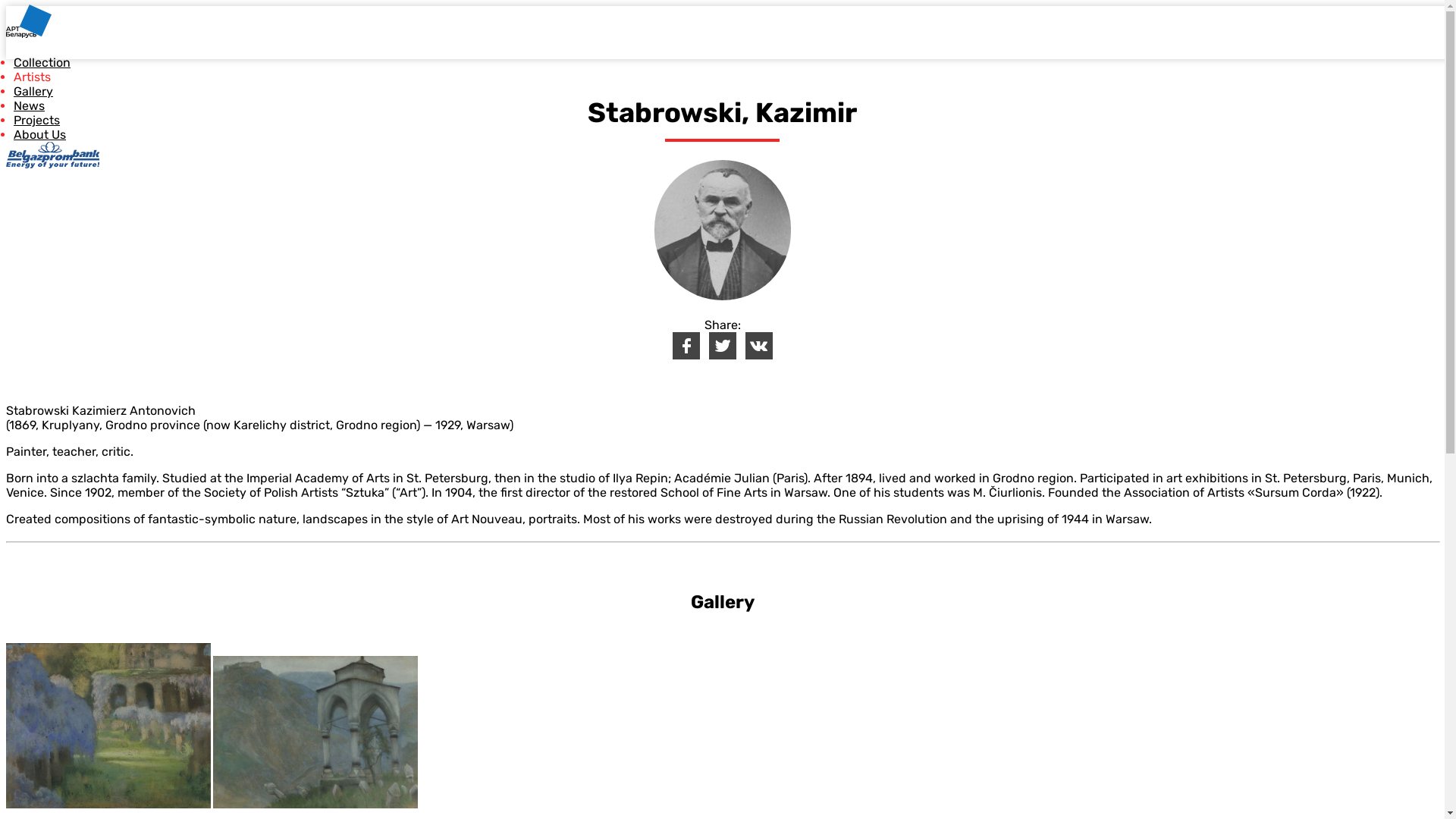  Describe the element at coordinates (42, 61) in the screenshot. I see `'Collection'` at that location.